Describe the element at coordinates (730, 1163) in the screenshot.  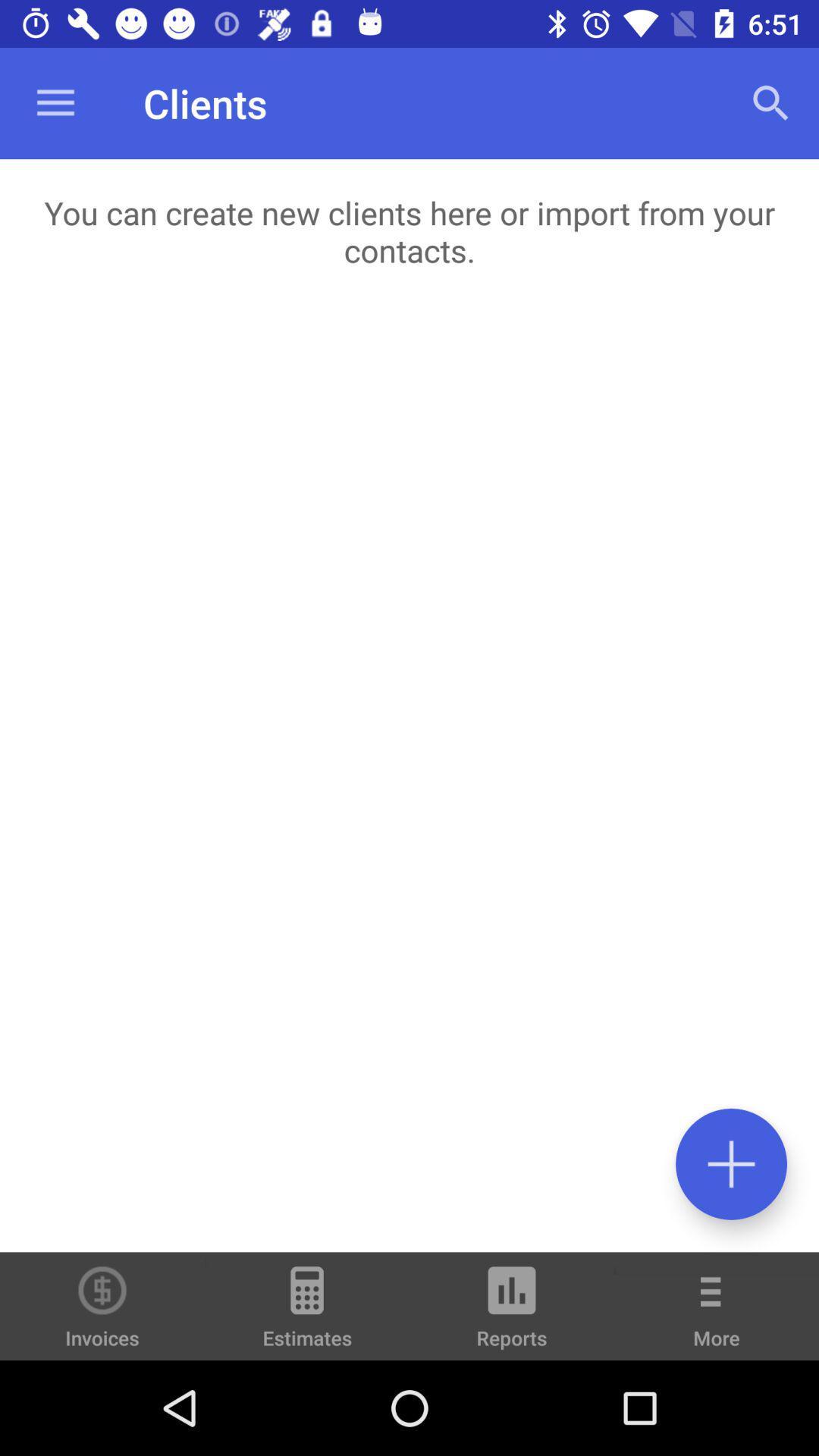
I see `client` at that location.